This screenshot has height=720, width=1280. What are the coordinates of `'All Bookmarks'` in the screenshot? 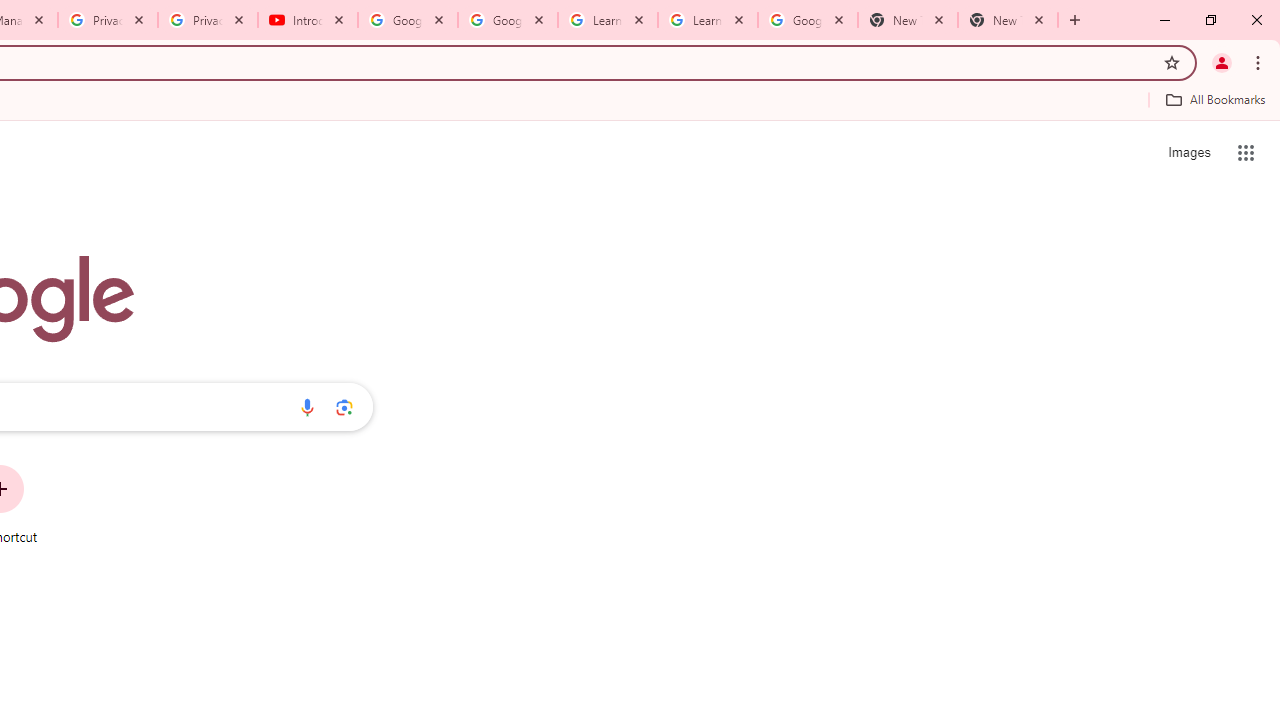 It's located at (1214, 99).